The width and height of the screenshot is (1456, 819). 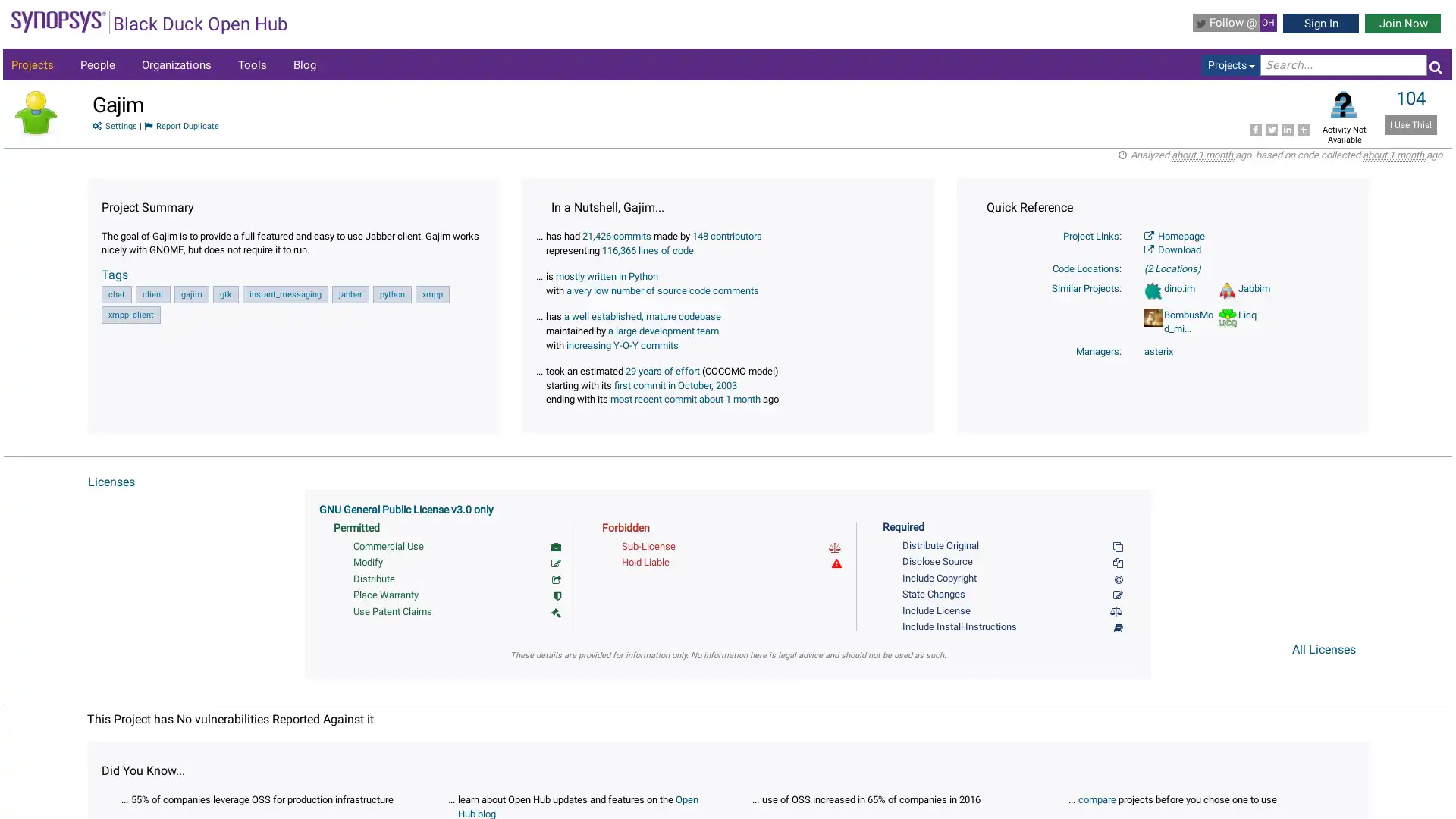 I want to click on Share to More, so click(x=1302, y=128).